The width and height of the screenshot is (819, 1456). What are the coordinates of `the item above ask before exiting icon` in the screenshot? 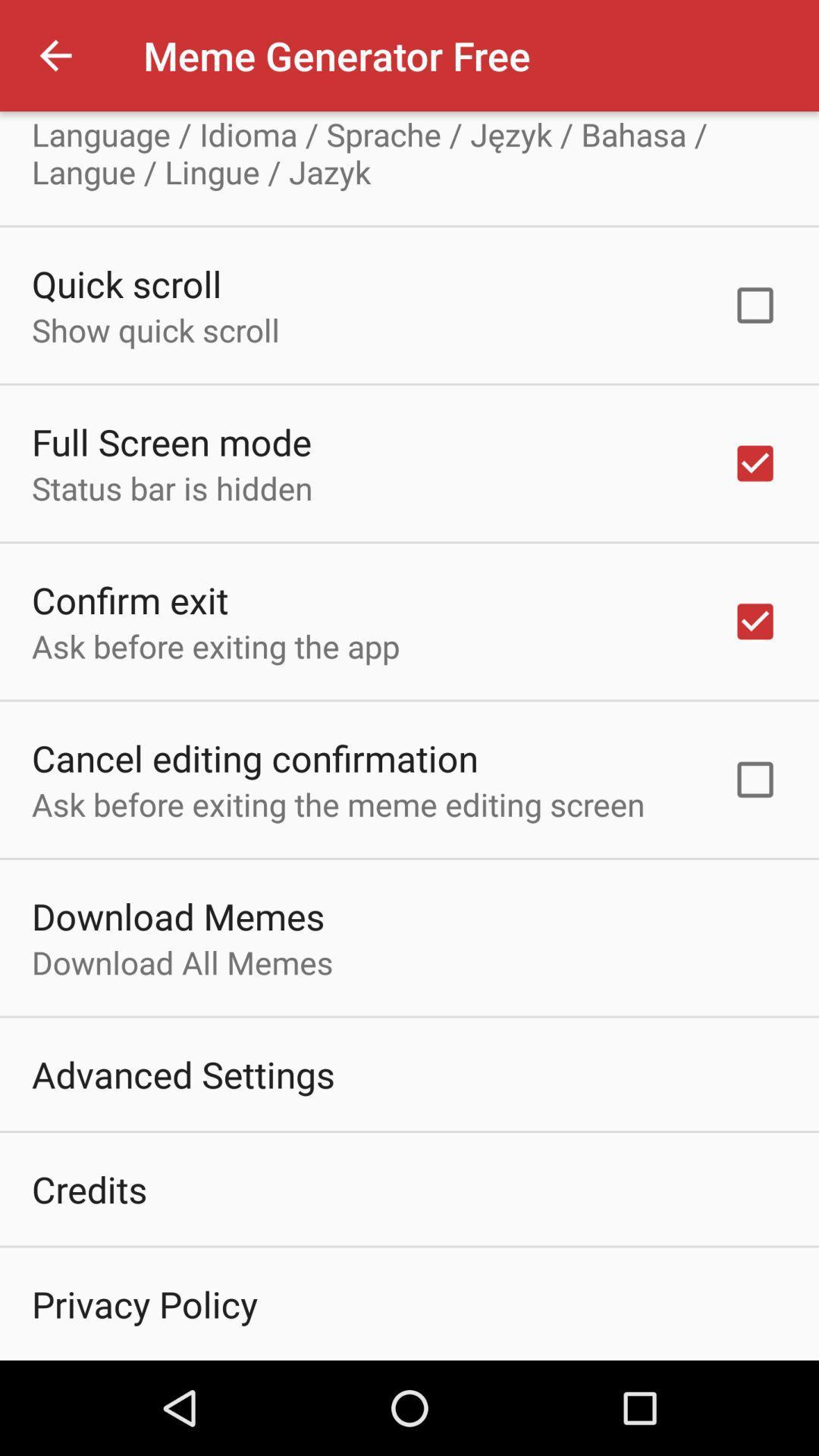 It's located at (129, 599).